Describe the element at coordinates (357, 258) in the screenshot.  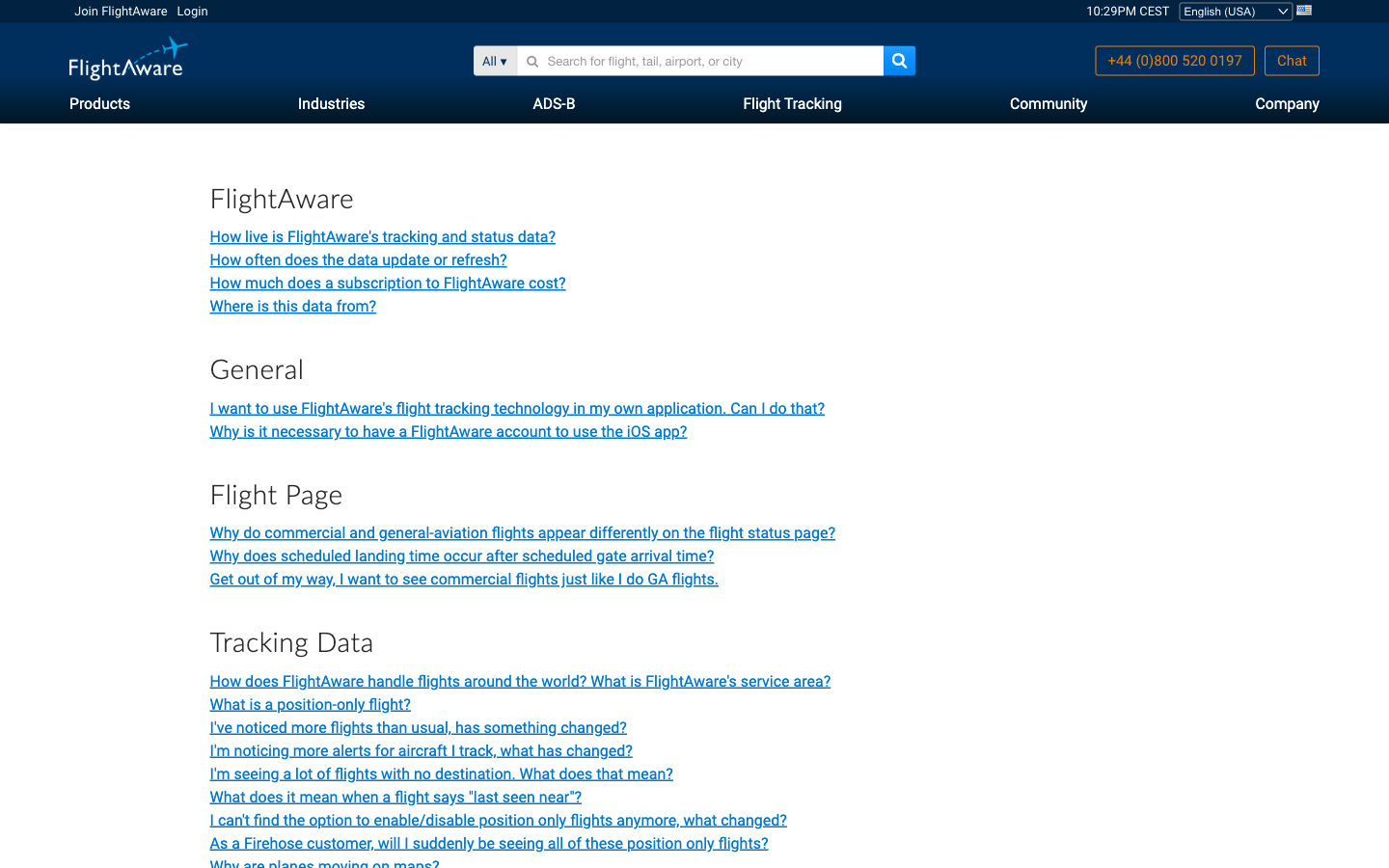
I see `Determine the frequency of data updates on FlightAware` at that location.